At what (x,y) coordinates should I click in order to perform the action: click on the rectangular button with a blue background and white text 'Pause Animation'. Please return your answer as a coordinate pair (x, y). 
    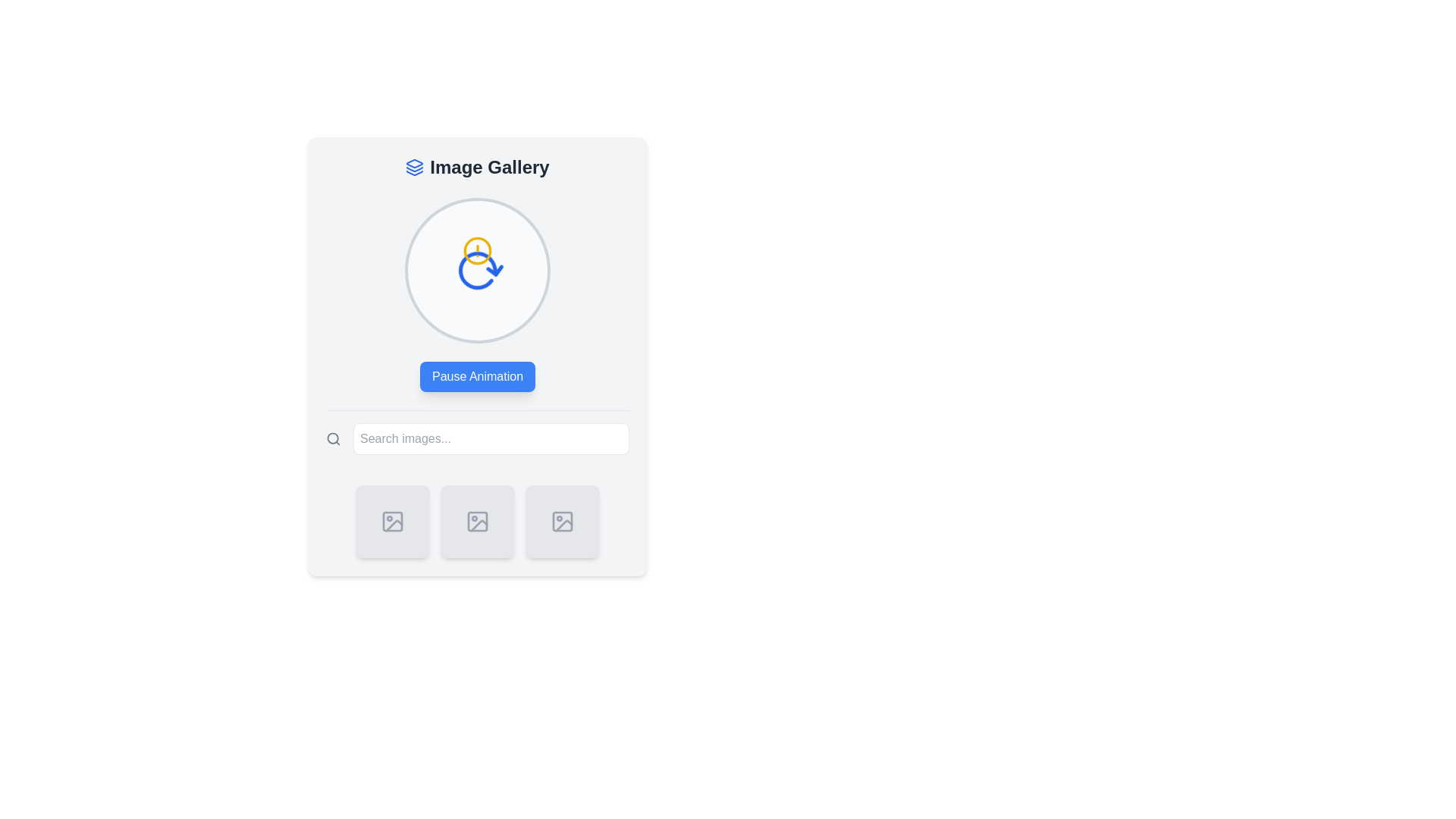
    Looking at the image, I should click on (476, 376).